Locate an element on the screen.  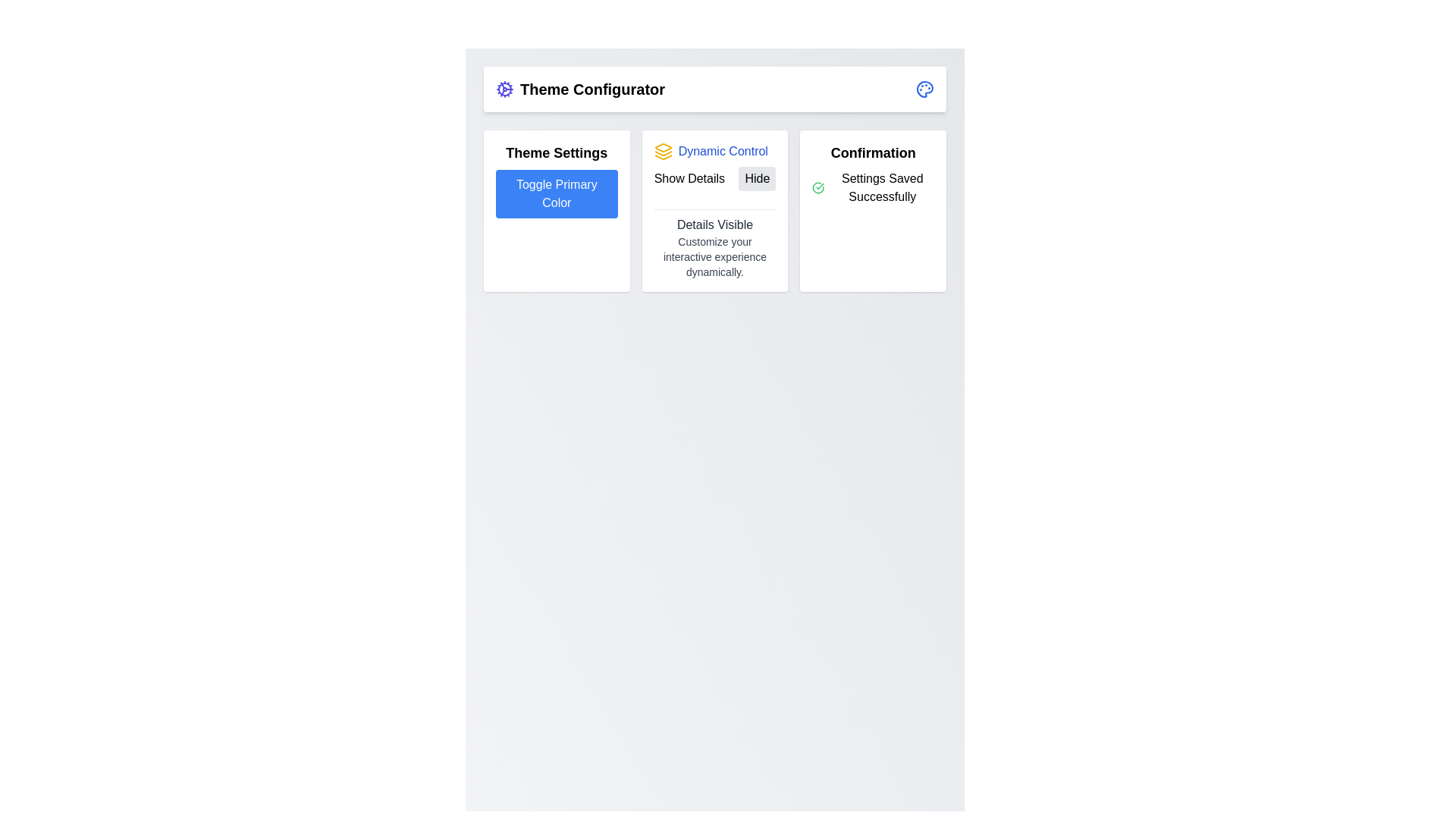
the text label displaying 'Details Visible' with medium gray text, located at the top-center of the 'Dynamic Control' section is located at coordinates (714, 225).